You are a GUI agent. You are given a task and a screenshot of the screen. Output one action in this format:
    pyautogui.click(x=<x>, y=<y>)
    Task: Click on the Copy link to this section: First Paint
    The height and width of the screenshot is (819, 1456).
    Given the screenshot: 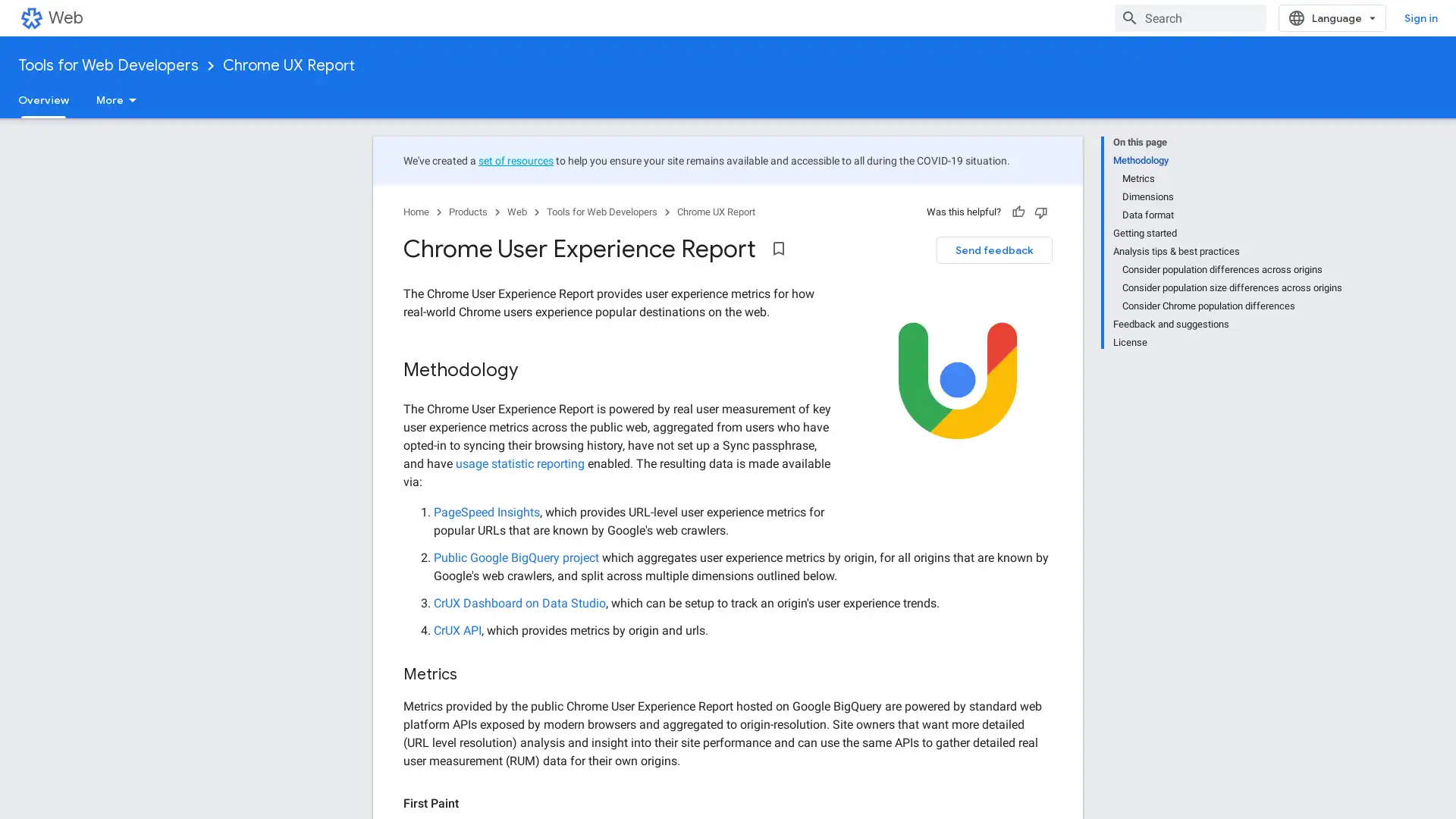 What is the action you would take?
    pyautogui.click(x=472, y=803)
    